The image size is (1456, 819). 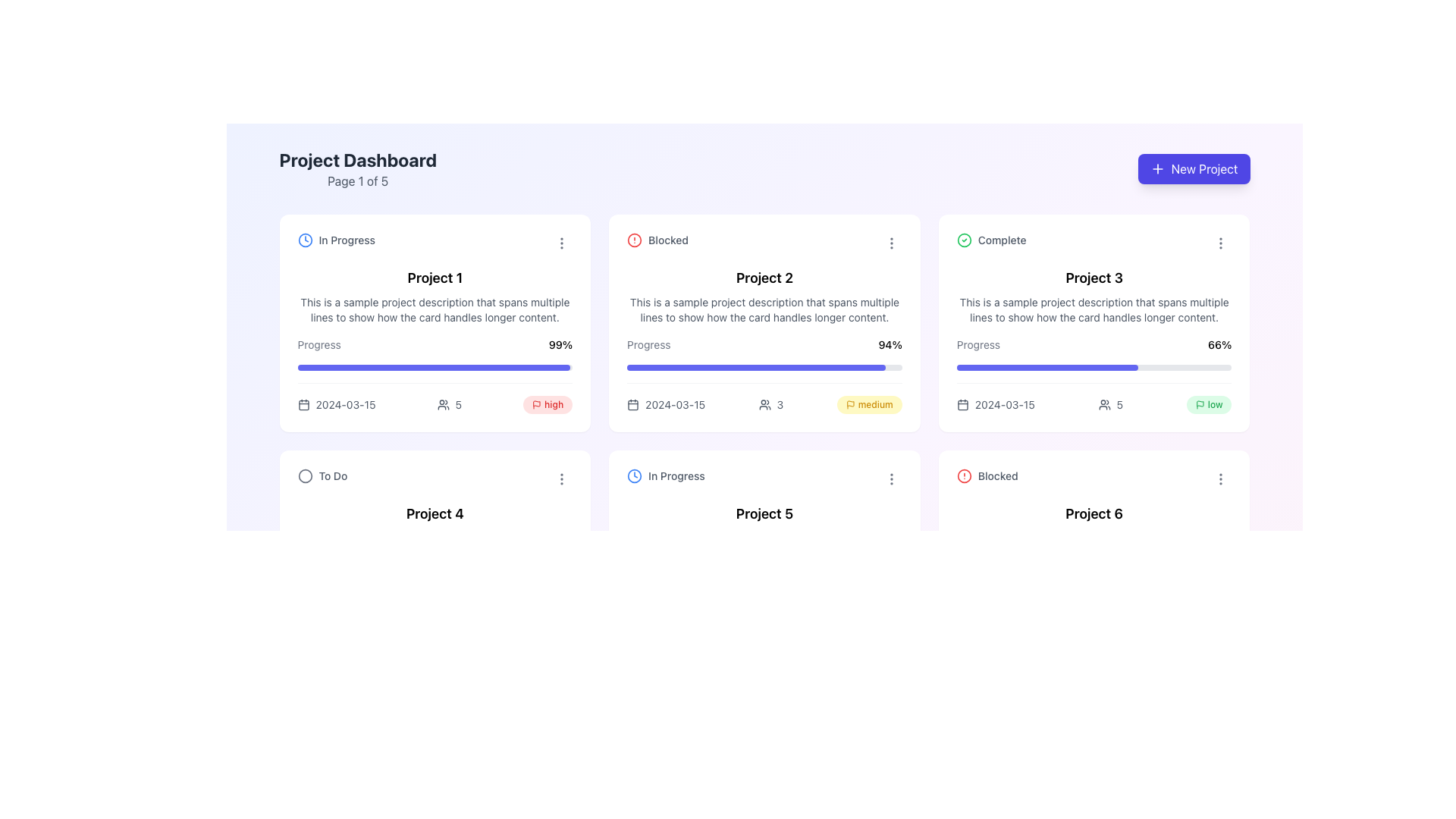 What do you see at coordinates (1094, 375) in the screenshot?
I see `the current progress of the task represented by the progress bar located in the 'Project 3' card, which is positioned below the project description and above the date, participant count, and priority level` at bounding box center [1094, 375].